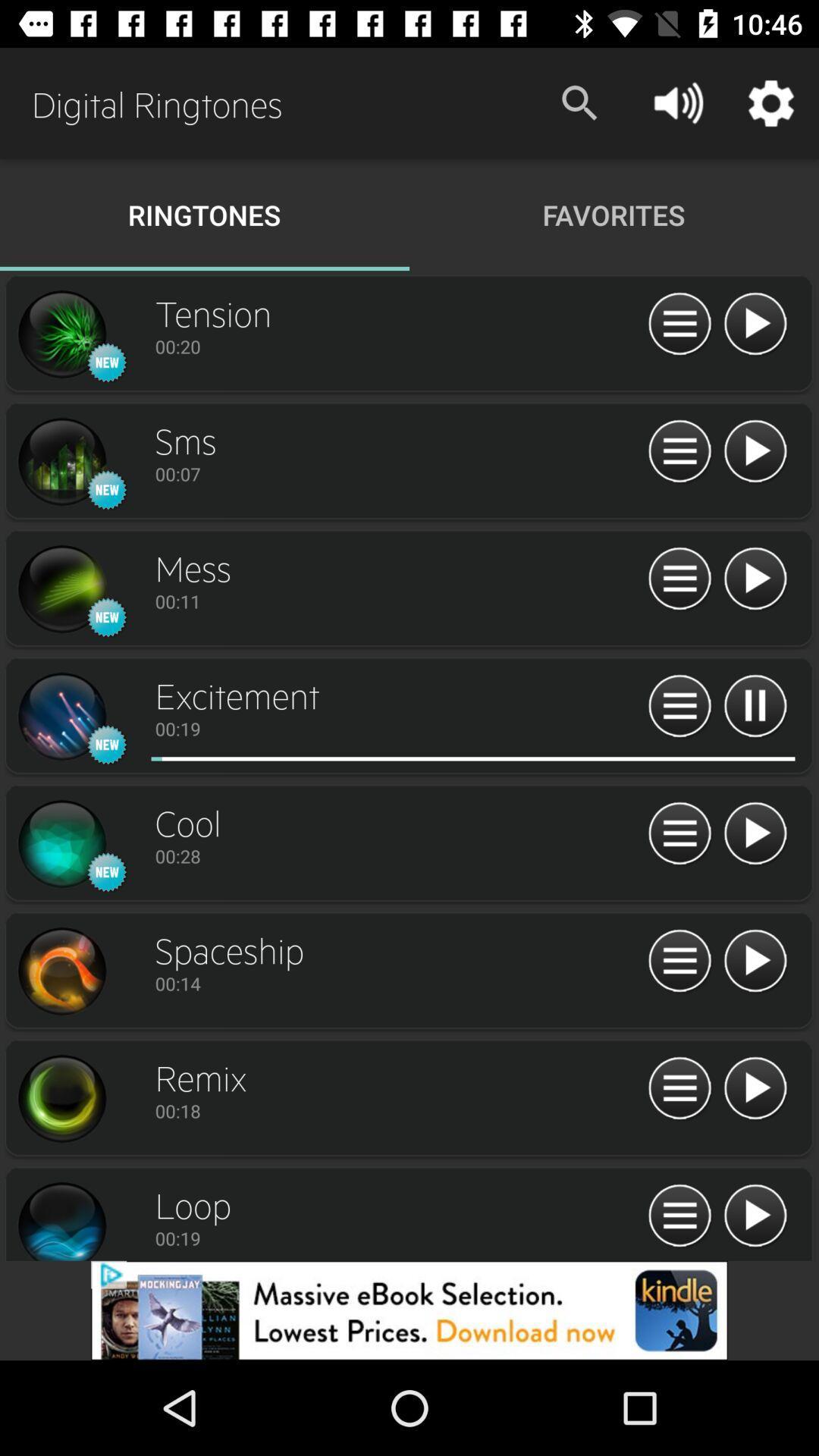 The height and width of the screenshot is (1456, 819). What do you see at coordinates (61, 1099) in the screenshot?
I see `remix page` at bounding box center [61, 1099].